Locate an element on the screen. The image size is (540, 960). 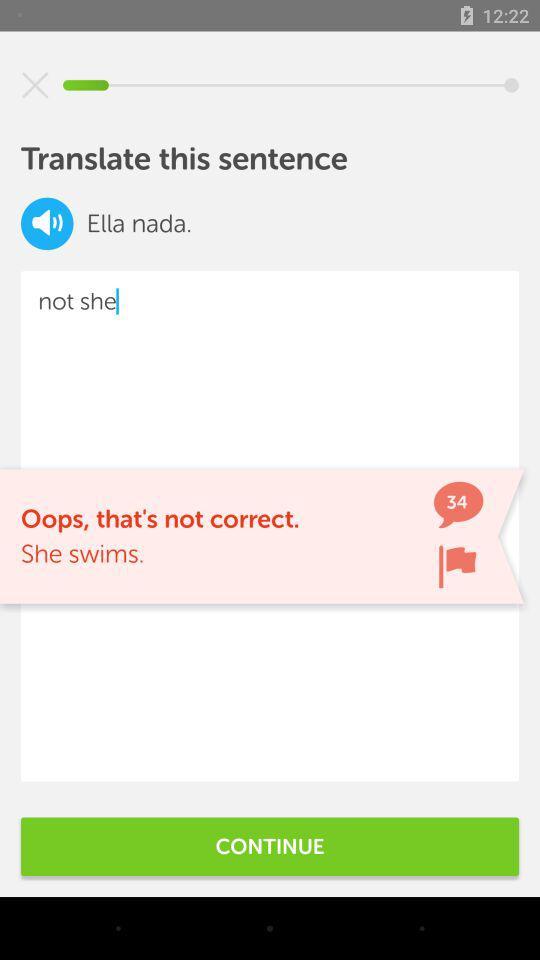
item to the left of ella icon is located at coordinates (47, 223).